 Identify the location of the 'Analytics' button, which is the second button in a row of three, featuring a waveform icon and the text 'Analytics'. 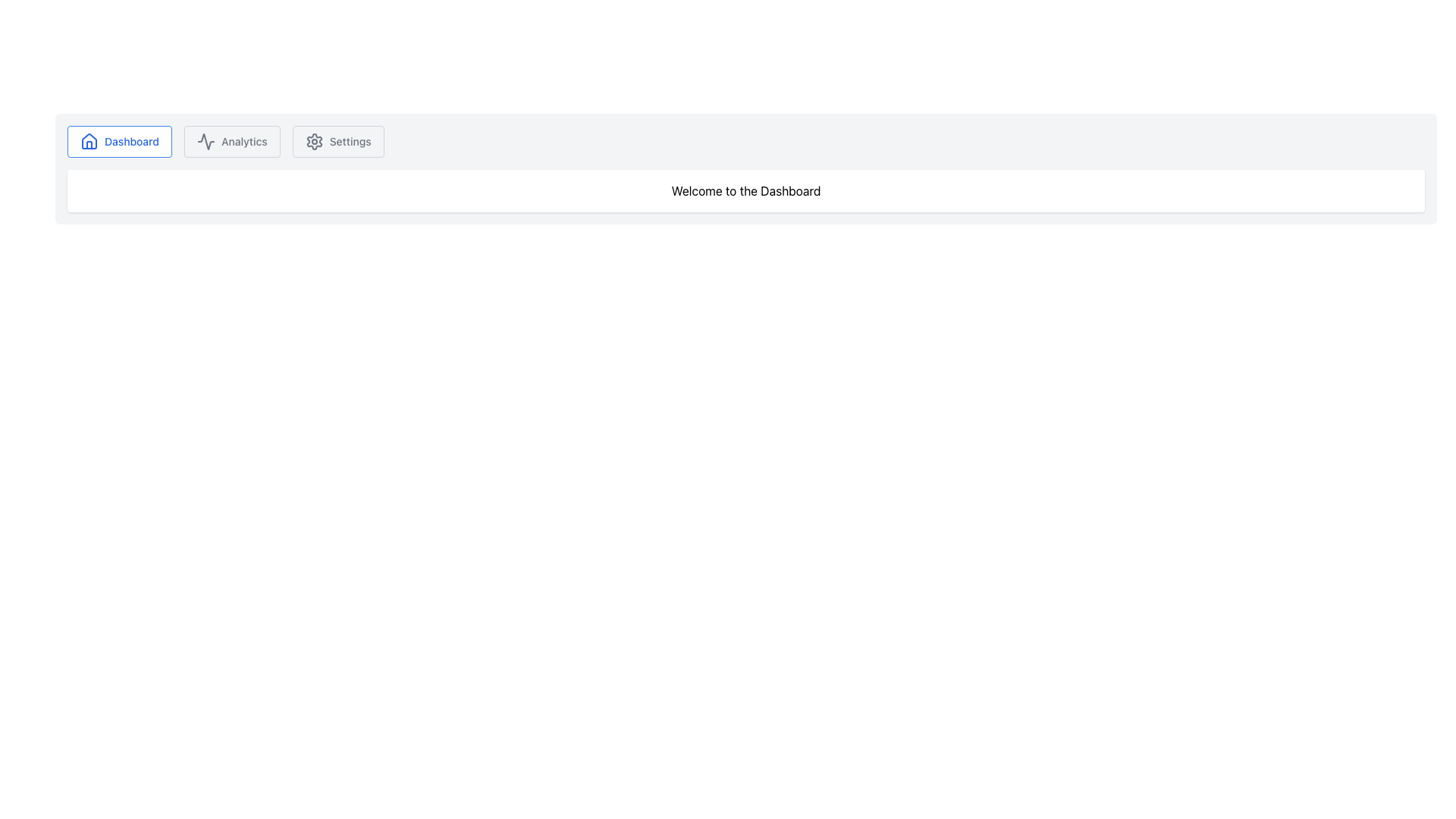
(231, 141).